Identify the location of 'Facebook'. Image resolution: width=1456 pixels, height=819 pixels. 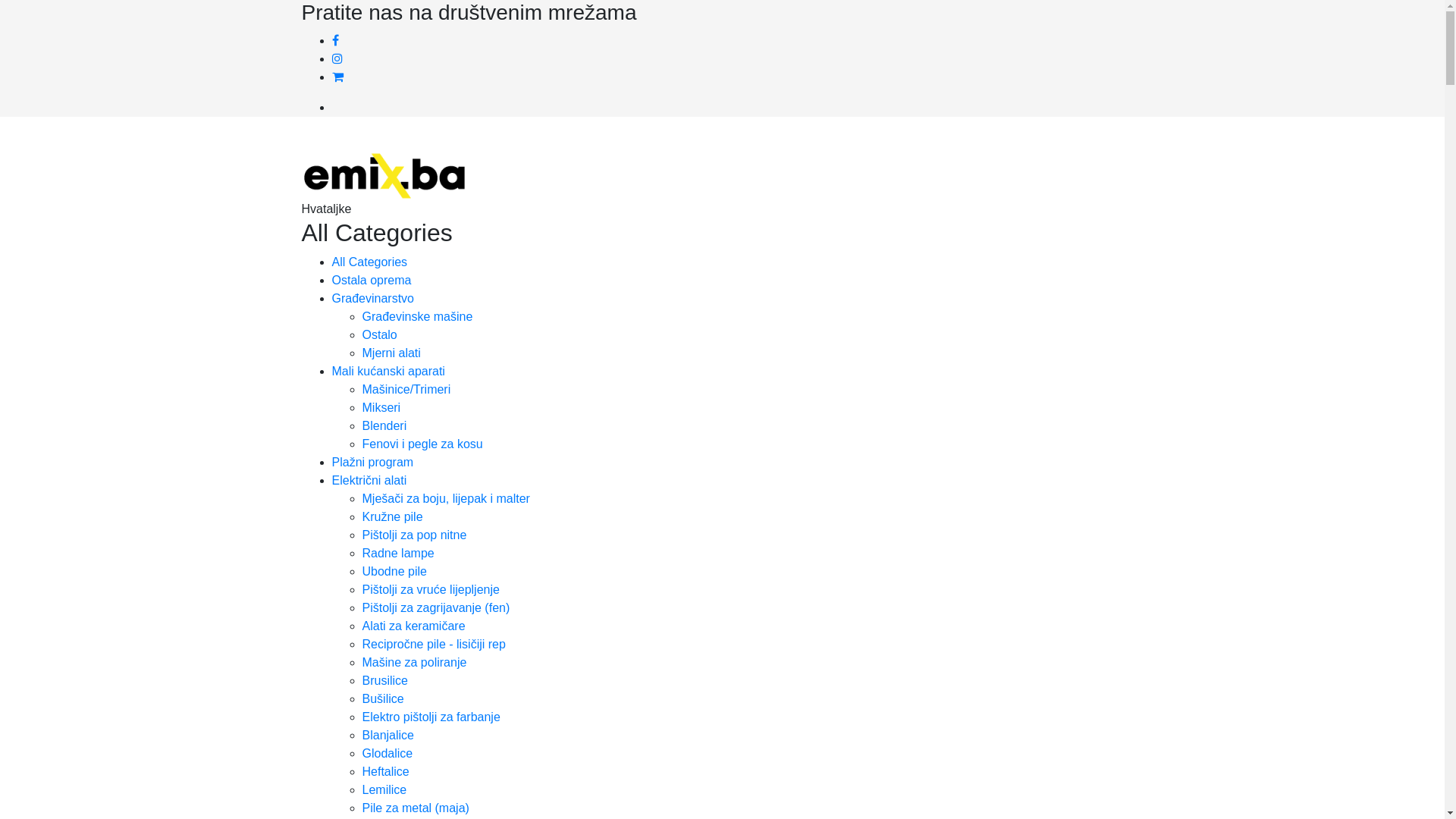
(334, 39).